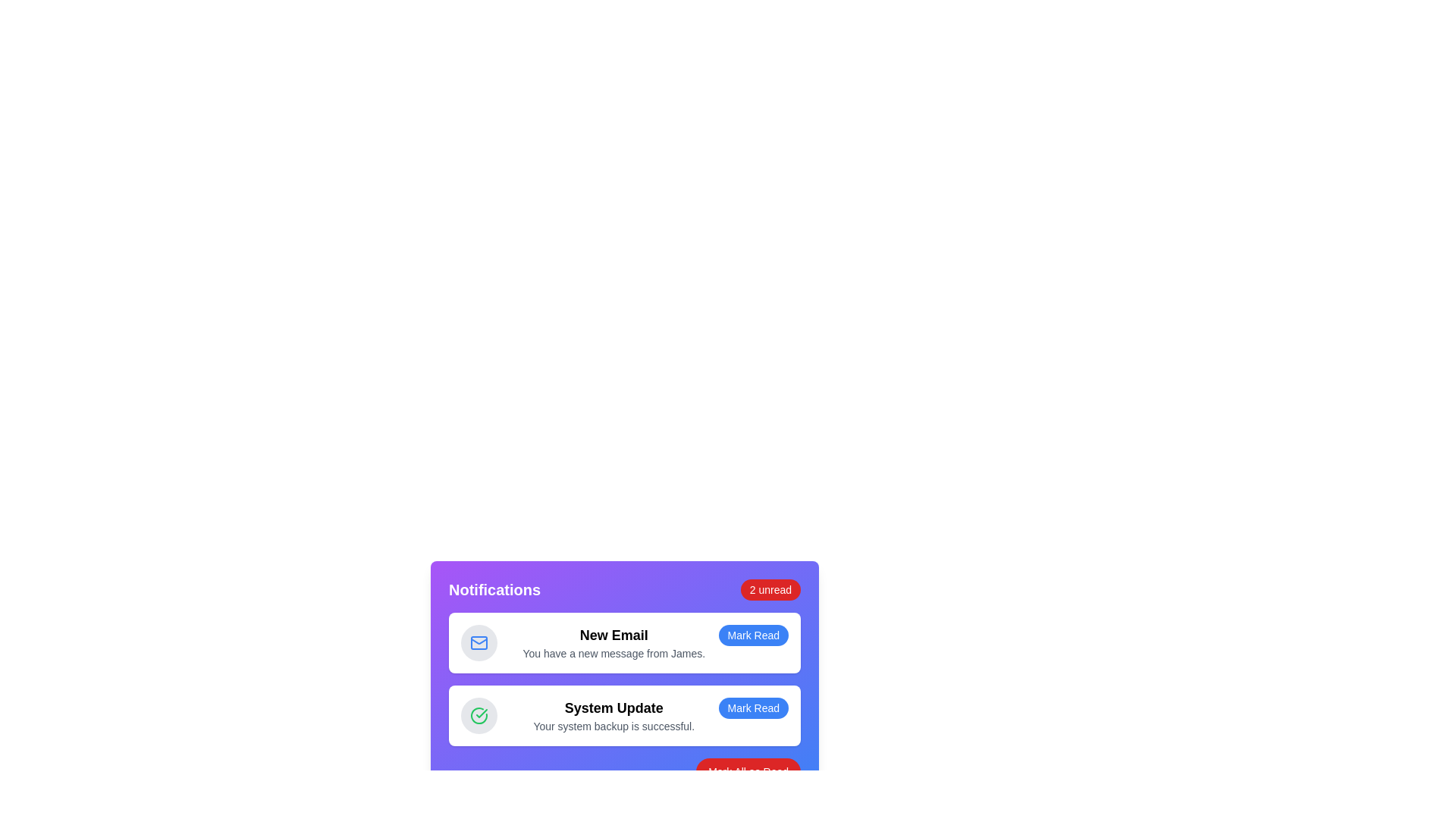 The image size is (1456, 819). What do you see at coordinates (753, 708) in the screenshot?
I see `the 'Mark as Read' button located in the bottom-right corner of the notification card displaying 'System Update' and 'Your system backup is successful.'` at bounding box center [753, 708].